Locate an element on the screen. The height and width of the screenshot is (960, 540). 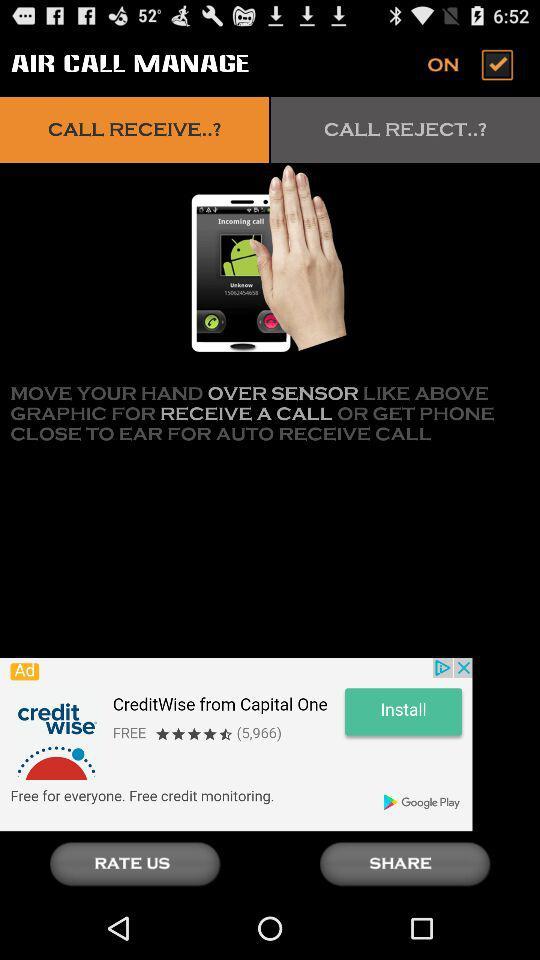
share the app is located at coordinates (405, 863).